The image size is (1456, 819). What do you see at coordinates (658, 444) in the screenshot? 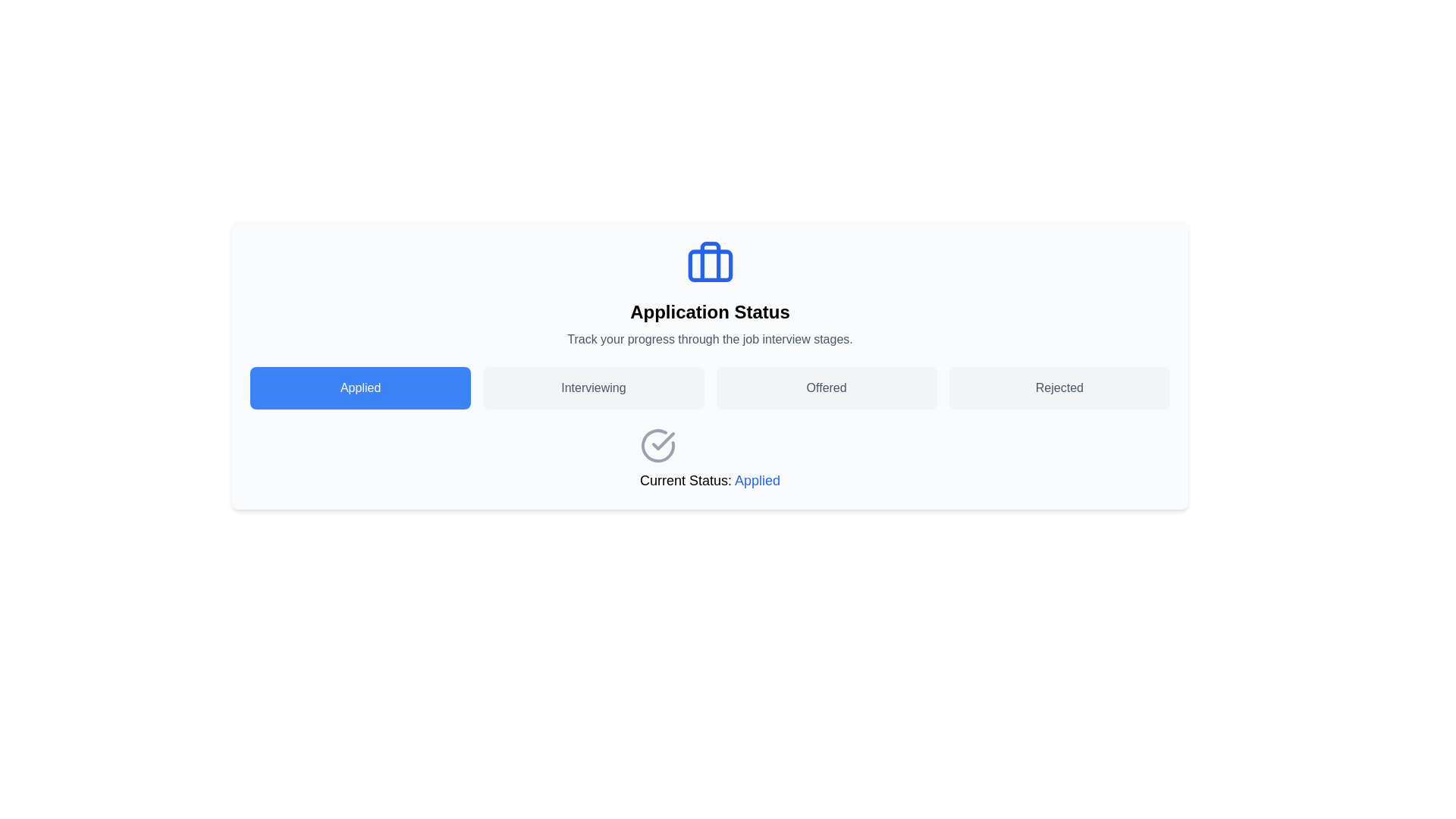
I see `the success status icon located in the 'Current Status: Applied' section, adjacent to the 'Applied' message` at bounding box center [658, 444].